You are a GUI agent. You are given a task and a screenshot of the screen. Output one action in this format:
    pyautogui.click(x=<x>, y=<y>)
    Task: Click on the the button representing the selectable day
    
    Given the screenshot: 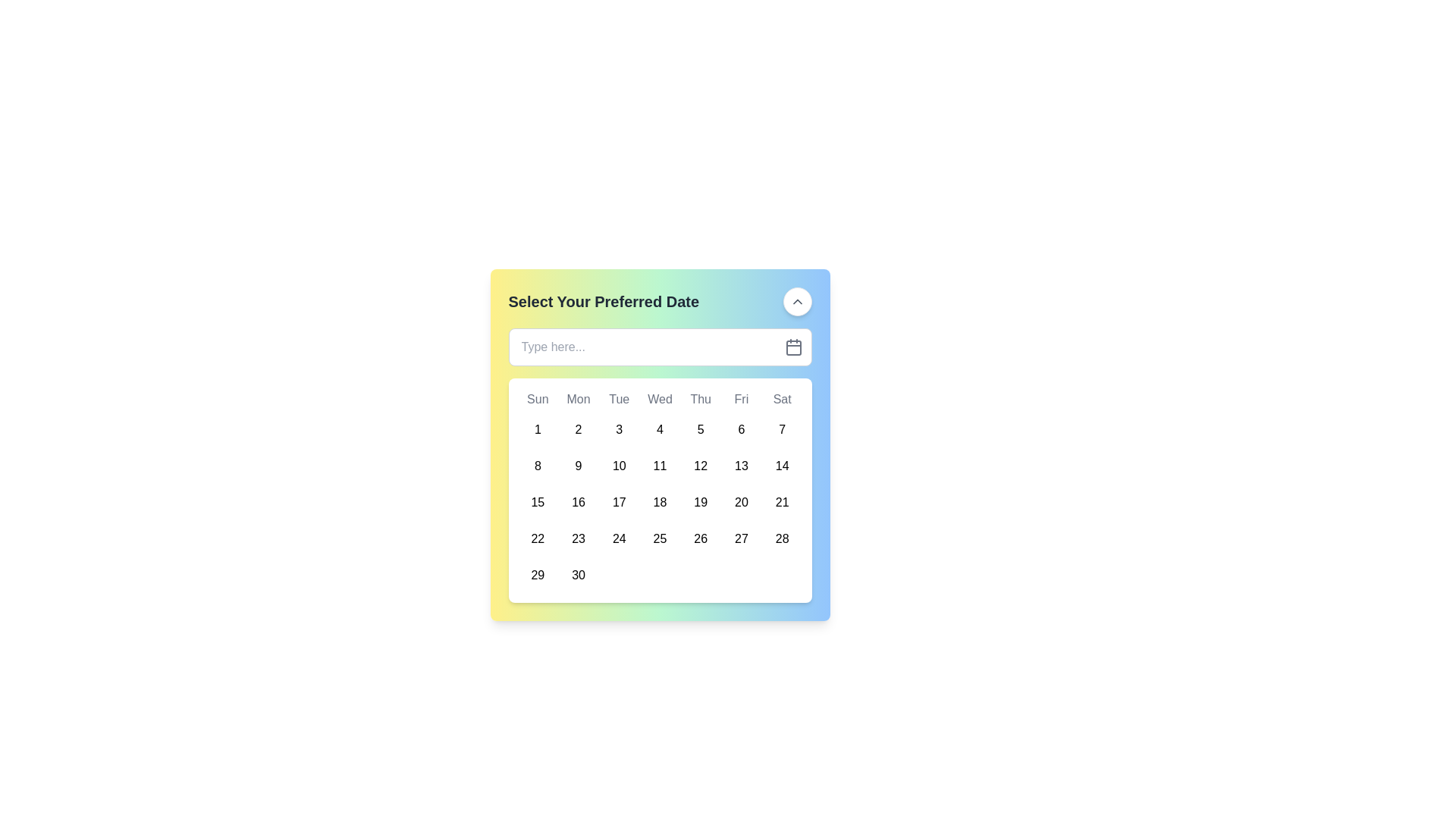 What is the action you would take?
    pyautogui.click(x=619, y=430)
    